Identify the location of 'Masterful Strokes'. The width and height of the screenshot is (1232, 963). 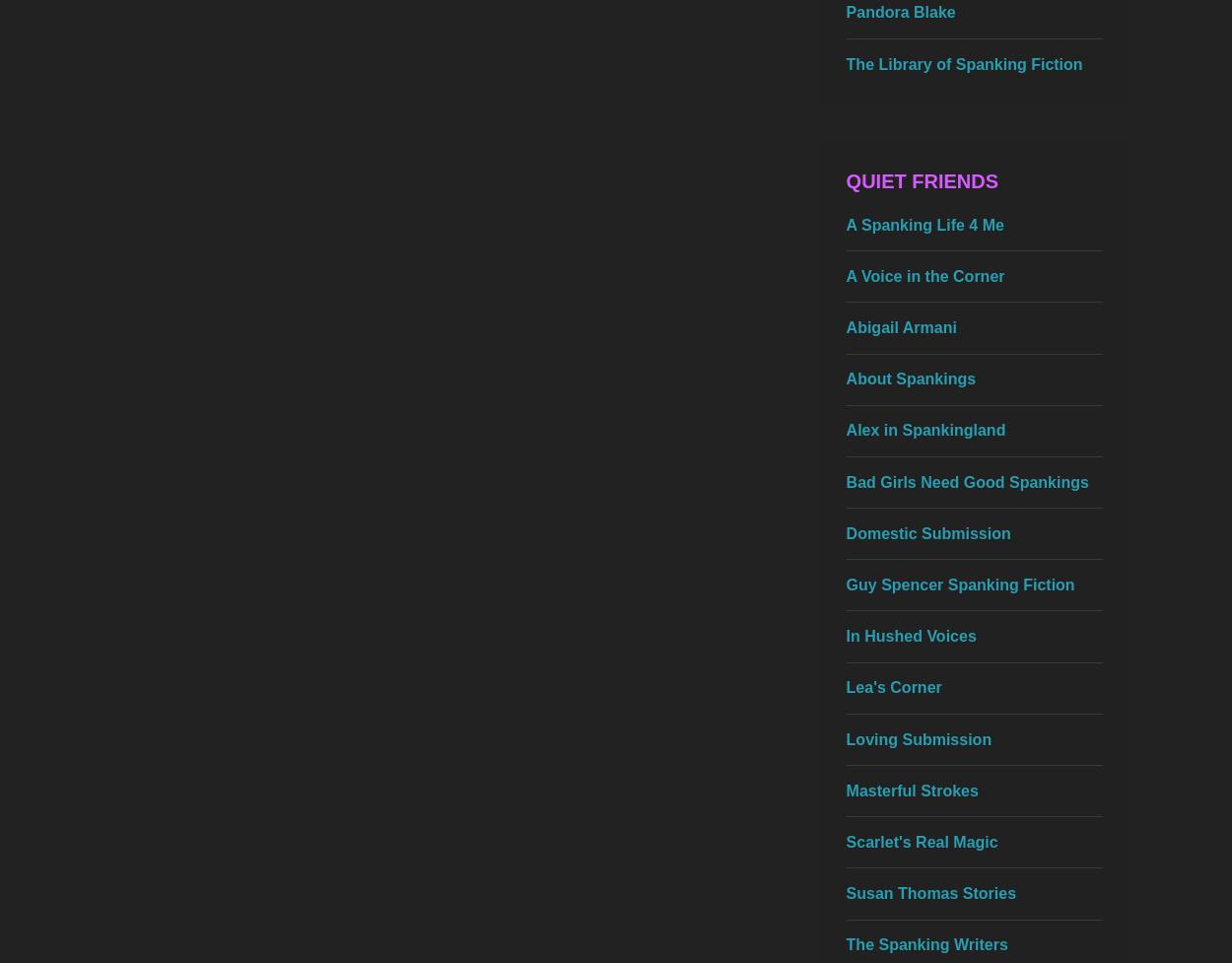
(845, 790).